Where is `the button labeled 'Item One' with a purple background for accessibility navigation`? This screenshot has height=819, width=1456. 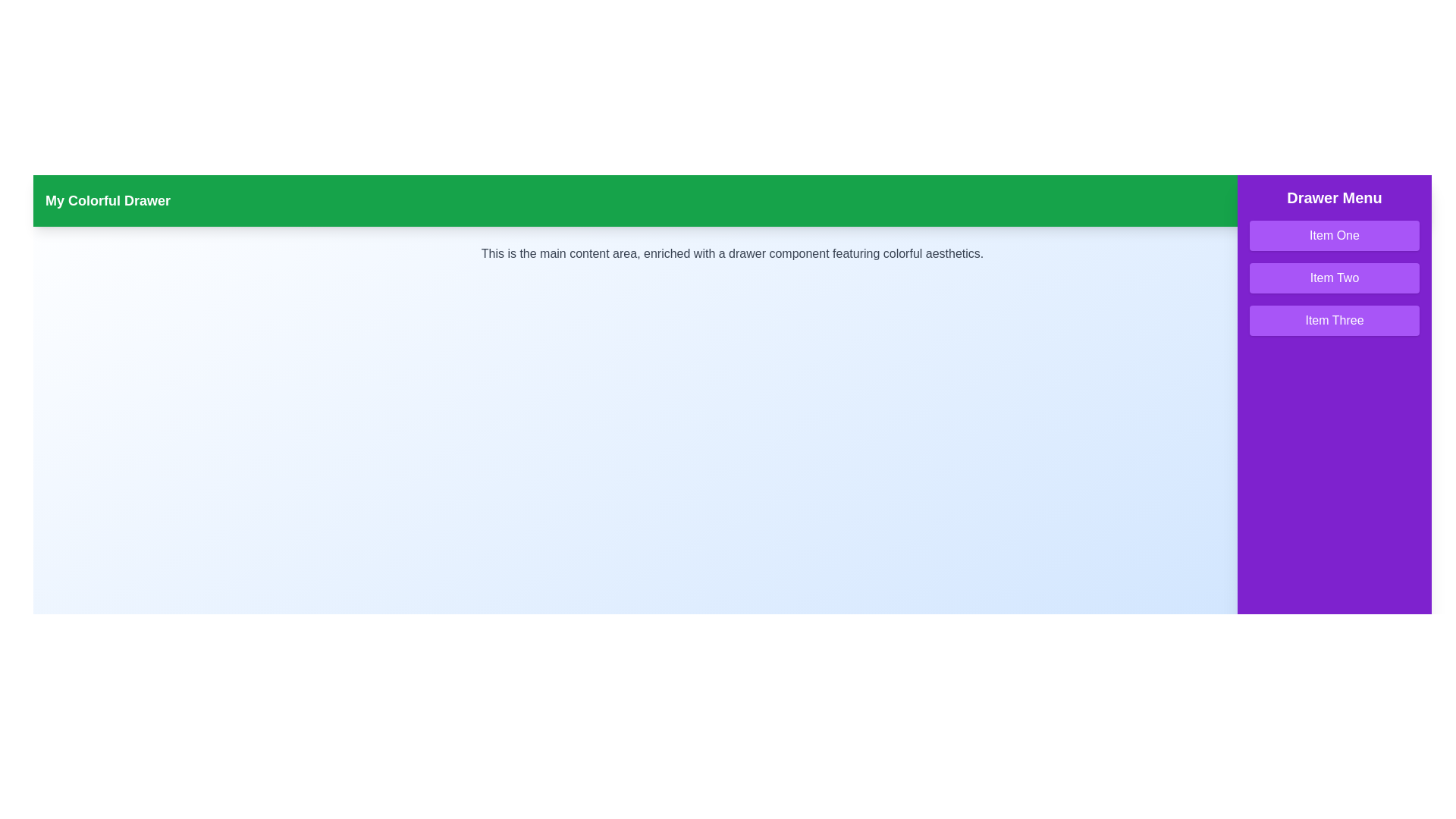
the button labeled 'Item One' with a purple background for accessibility navigation is located at coordinates (1335, 236).